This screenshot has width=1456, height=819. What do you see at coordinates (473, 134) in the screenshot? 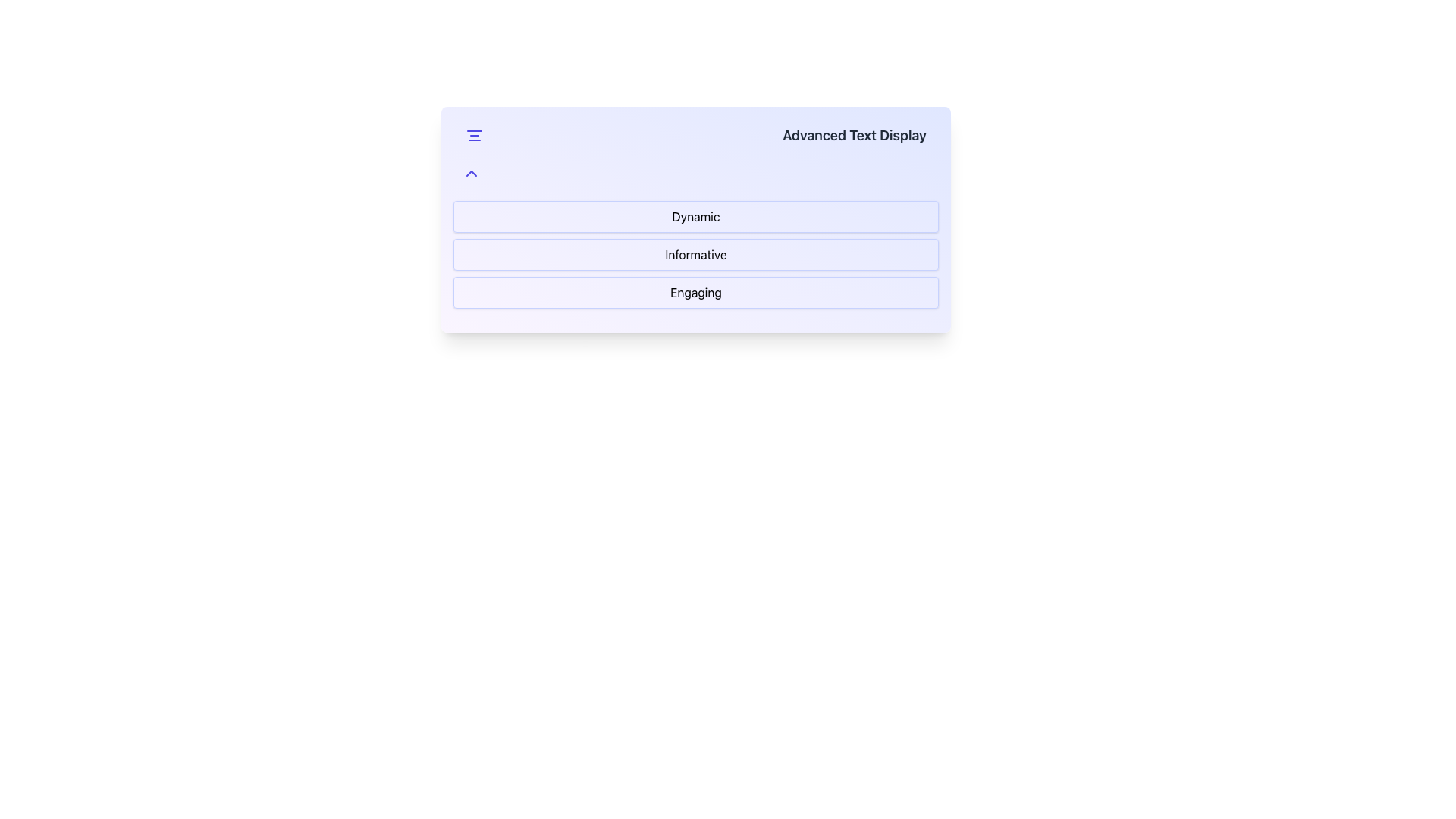
I see `the alignment icon with three horizontal lines styled in blue, located at the left edge of the header bar above the text 'Advanced Text Display'` at bounding box center [473, 134].